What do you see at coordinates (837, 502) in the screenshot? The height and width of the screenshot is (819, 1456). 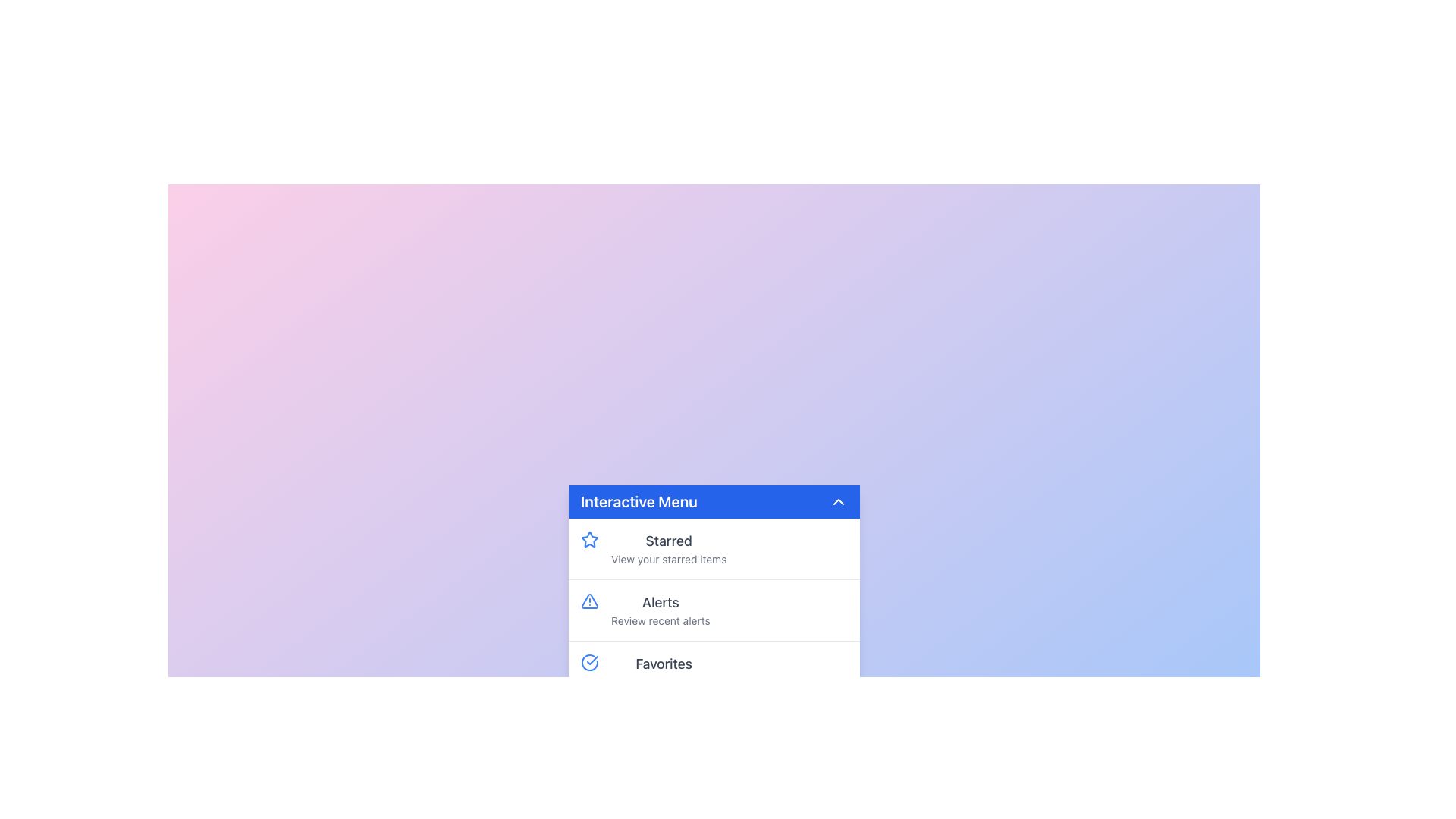 I see `the upward-facing chevron icon button located on the far right of the blue header bar labeled 'Interactive Menu'` at bounding box center [837, 502].